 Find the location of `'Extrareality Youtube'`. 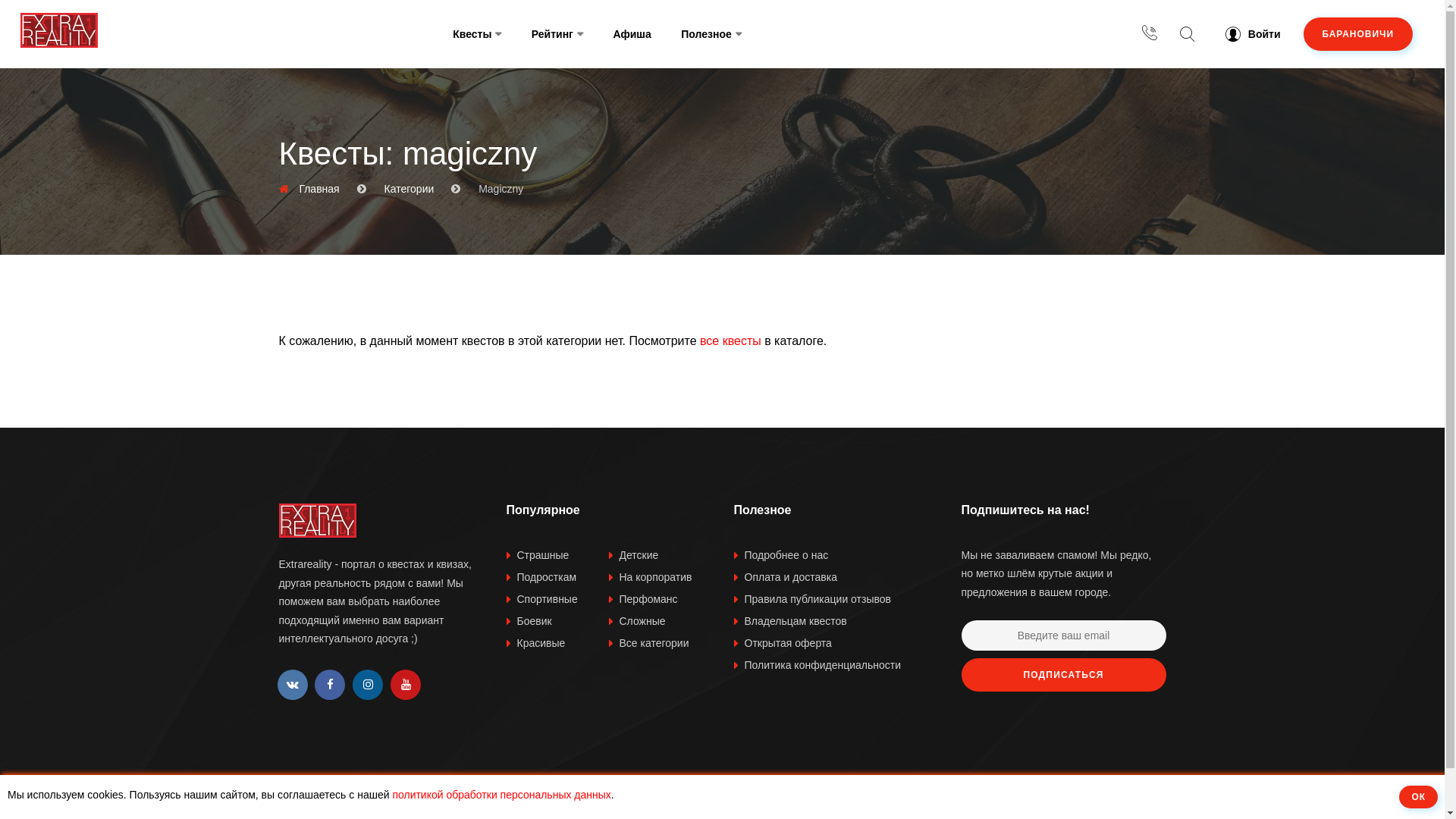

'Extrareality Youtube' is located at coordinates (390, 684).